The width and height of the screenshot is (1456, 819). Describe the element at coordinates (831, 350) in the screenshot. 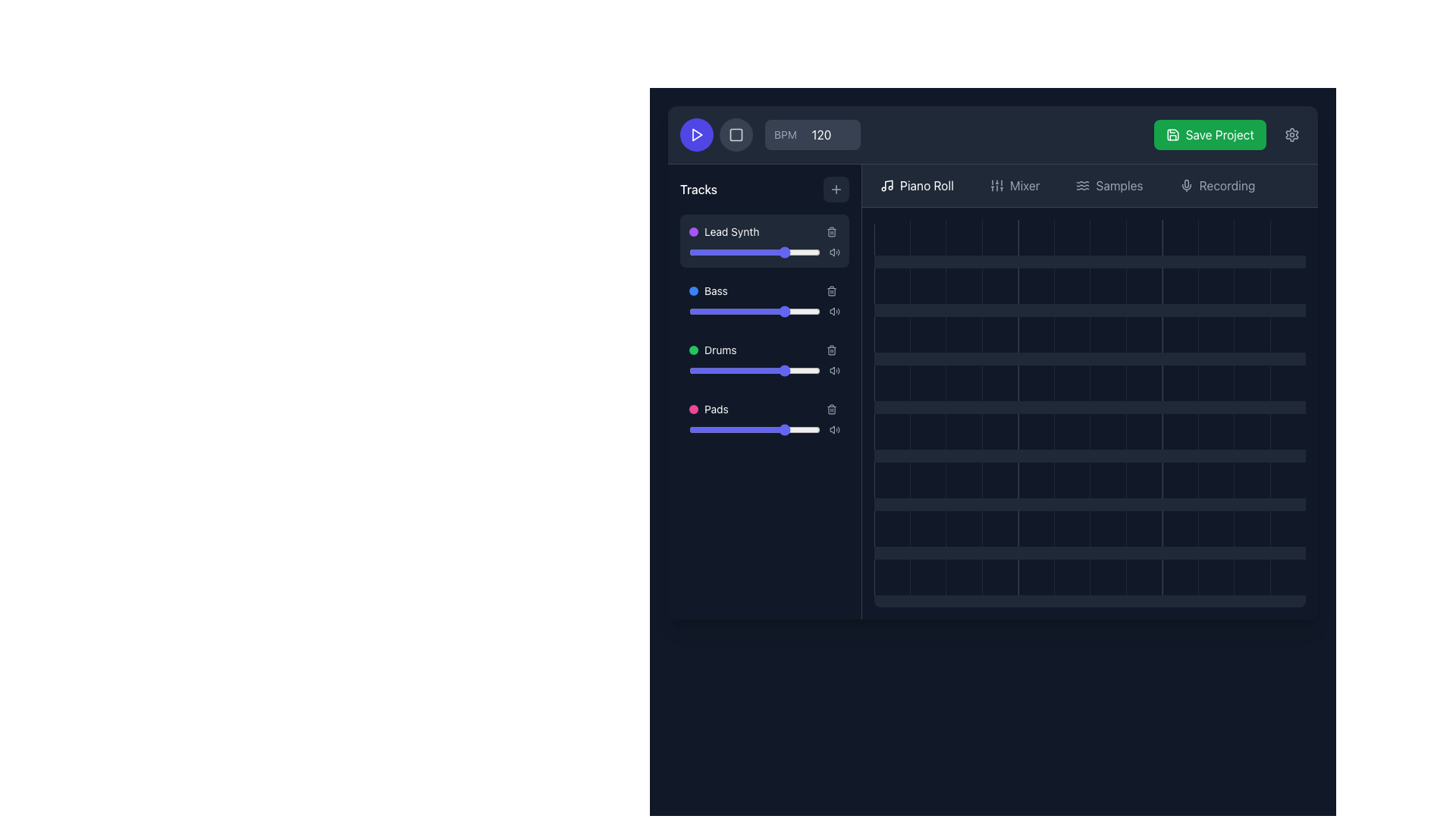

I see `the trash can icon located in the 'Drums' track's functional area` at that location.